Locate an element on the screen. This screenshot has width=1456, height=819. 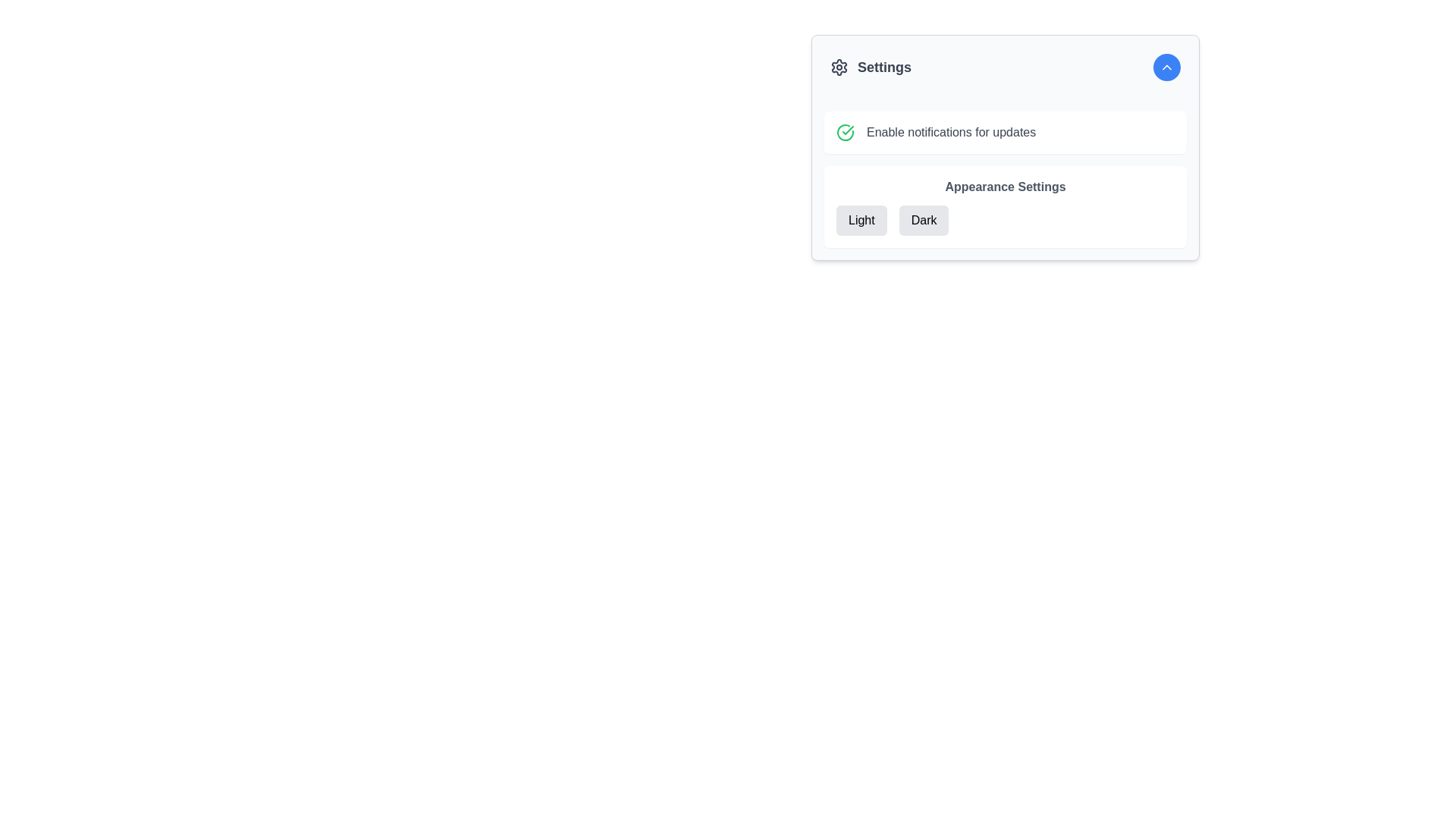
the downward arrow icon located in the top right corner of the settings card, which is part of a rounded button with a blue background, to interact with it is located at coordinates (1166, 66).